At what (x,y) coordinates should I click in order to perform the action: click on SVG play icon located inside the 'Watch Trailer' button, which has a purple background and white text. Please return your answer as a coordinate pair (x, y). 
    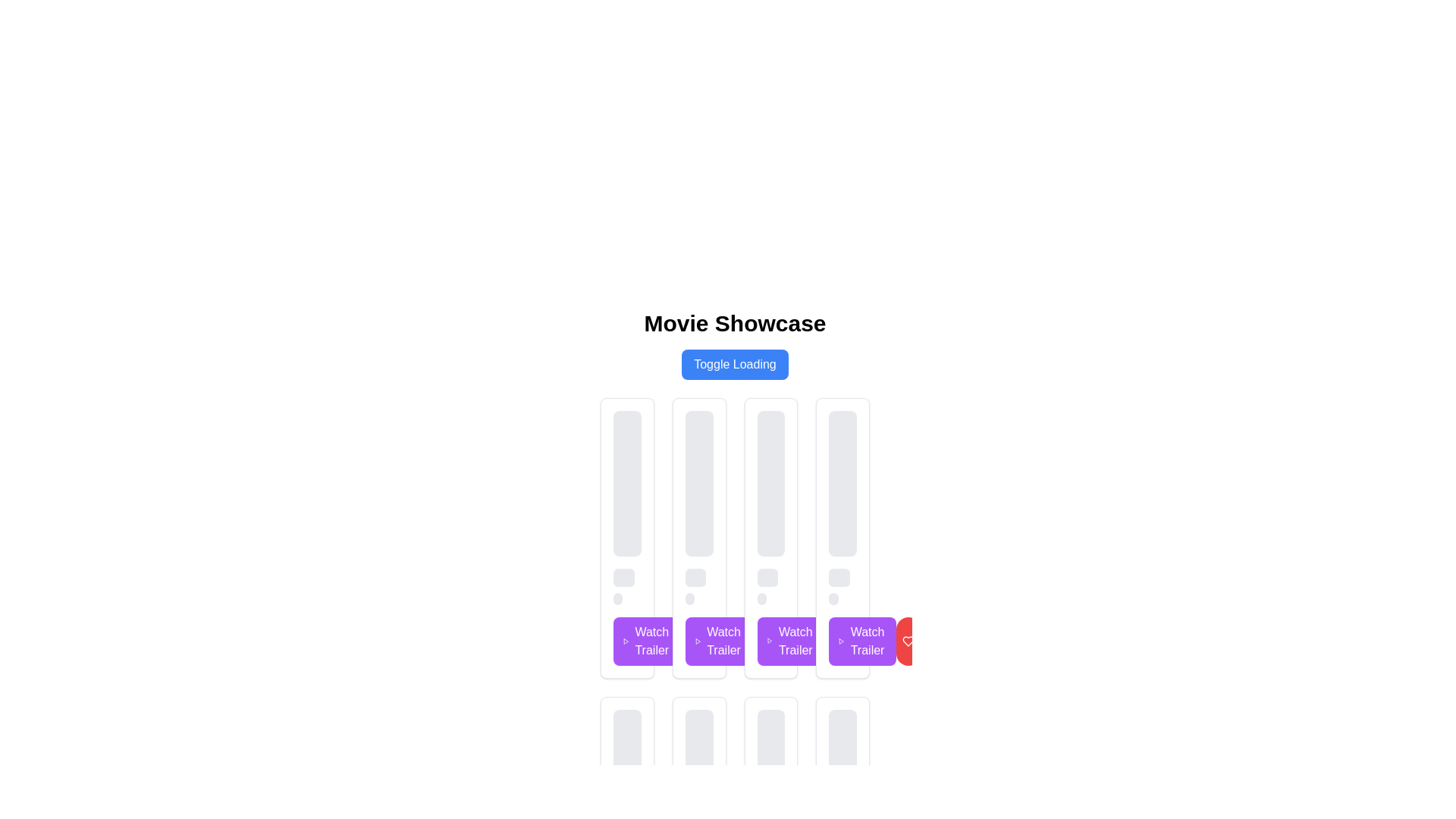
    Looking at the image, I should click on (697, 641).